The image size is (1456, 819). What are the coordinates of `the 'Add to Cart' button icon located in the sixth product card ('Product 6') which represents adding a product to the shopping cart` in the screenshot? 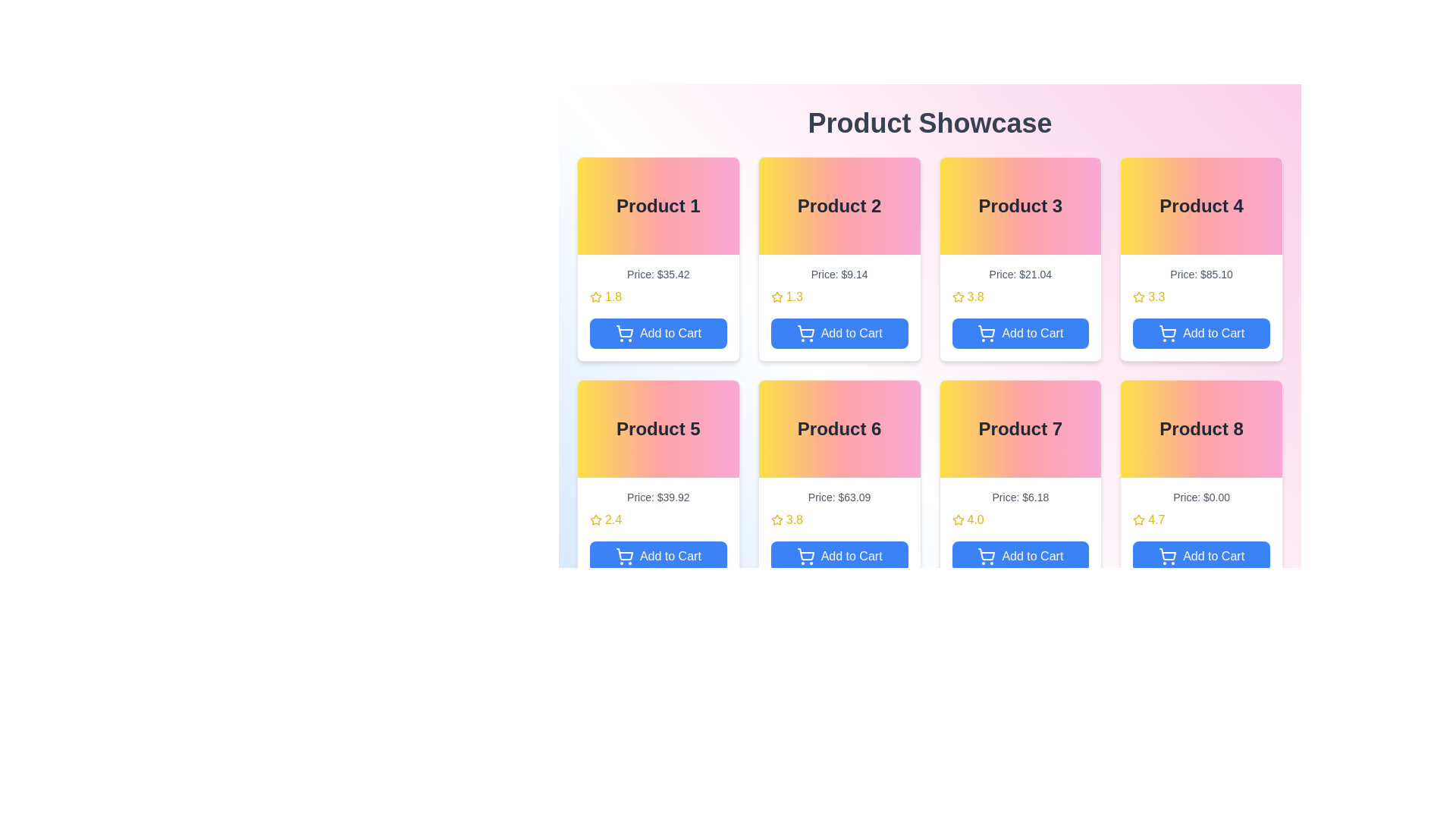 It's located at (805, 556).